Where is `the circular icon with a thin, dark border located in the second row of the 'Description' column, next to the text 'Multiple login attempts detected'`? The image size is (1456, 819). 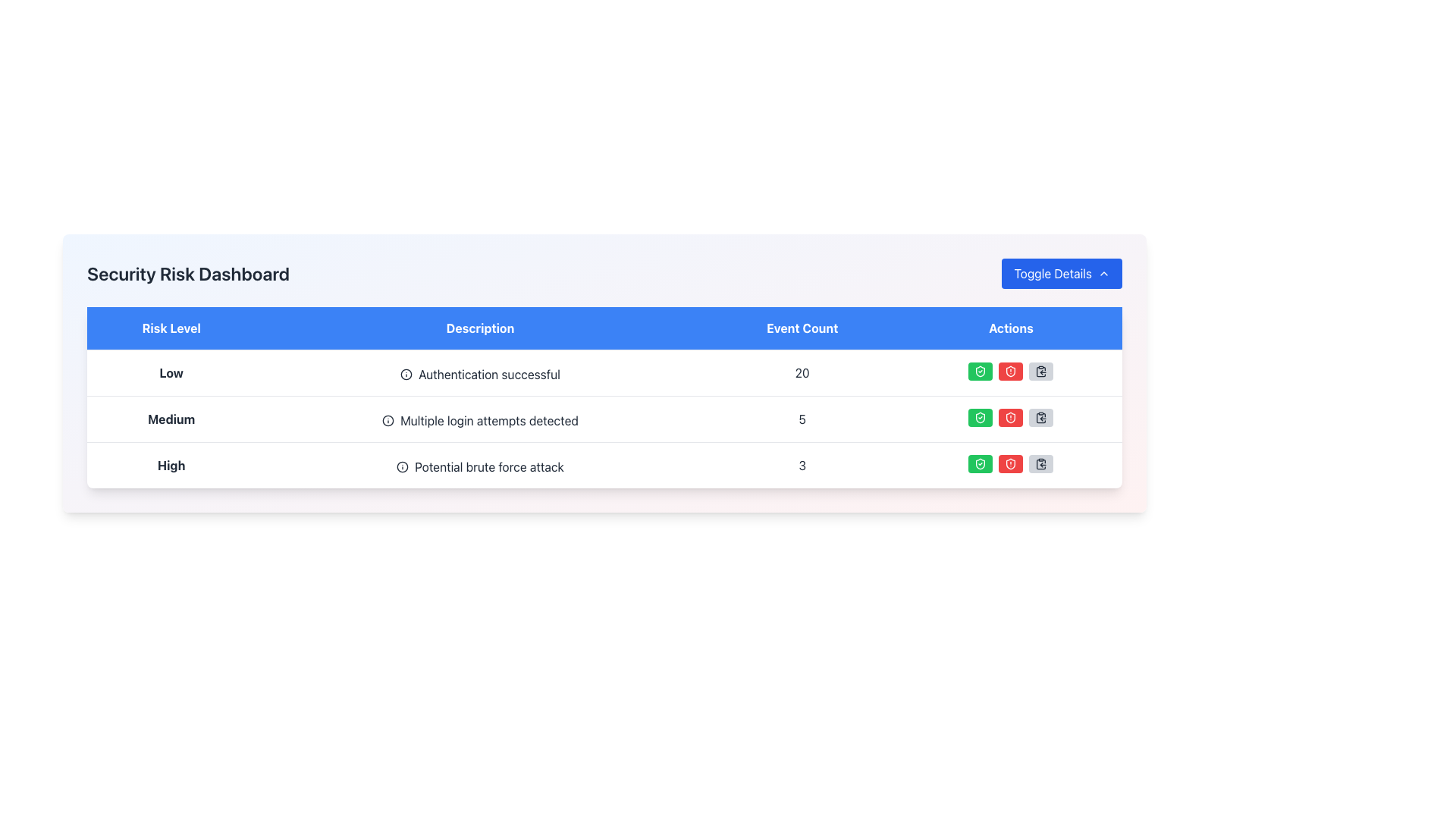
the circular icon with a thin, dark border located in the second row of the 'Description' column, next to the text 'Multiple login attempts detected' is located at coordinates (388, 421).